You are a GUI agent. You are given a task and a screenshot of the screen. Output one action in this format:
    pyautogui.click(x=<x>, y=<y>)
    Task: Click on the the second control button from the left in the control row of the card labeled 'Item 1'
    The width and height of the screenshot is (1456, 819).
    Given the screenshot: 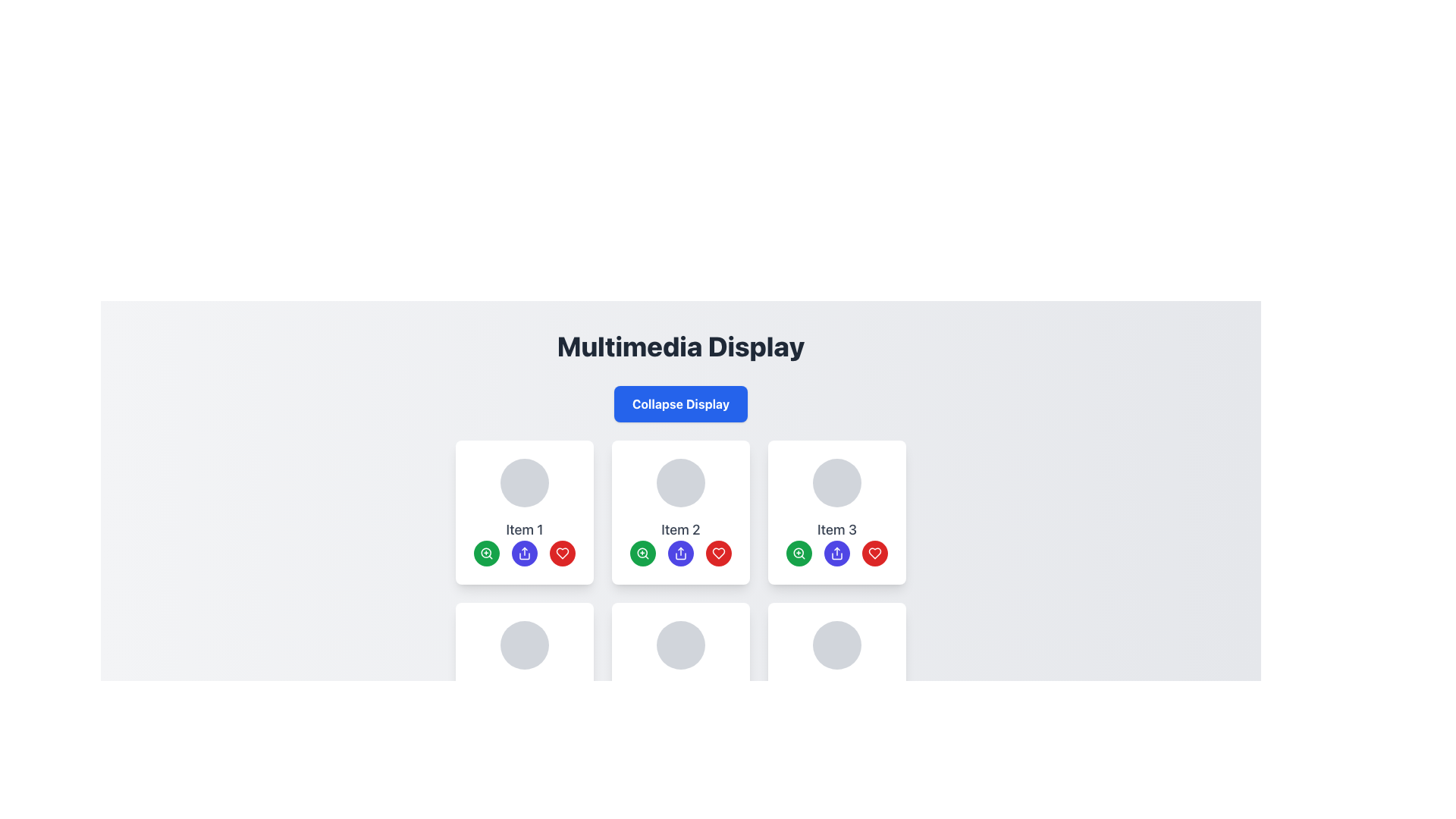 What is the action you would take?
    pyautogui.click(x=524, y=553)
    